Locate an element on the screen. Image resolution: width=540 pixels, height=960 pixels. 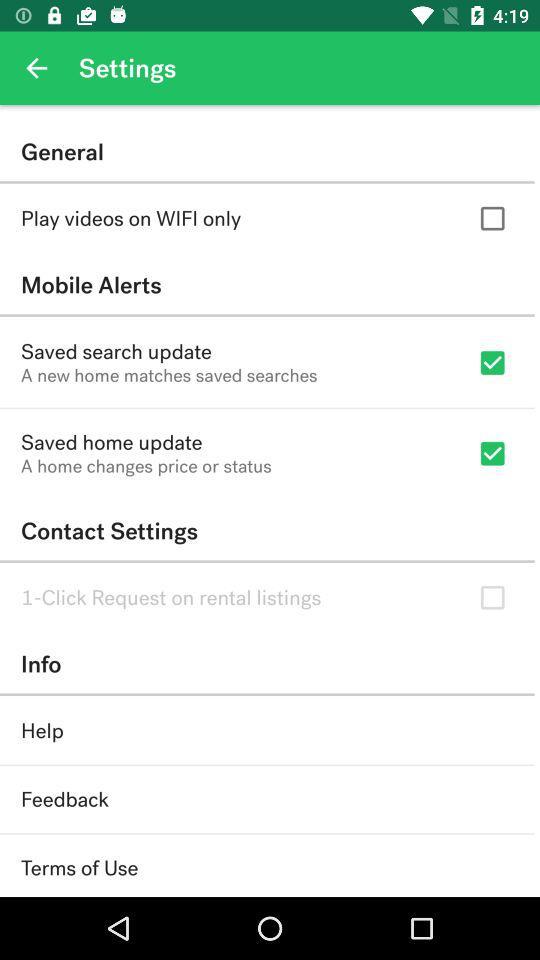
the info item is located at coordinates (267, 664).